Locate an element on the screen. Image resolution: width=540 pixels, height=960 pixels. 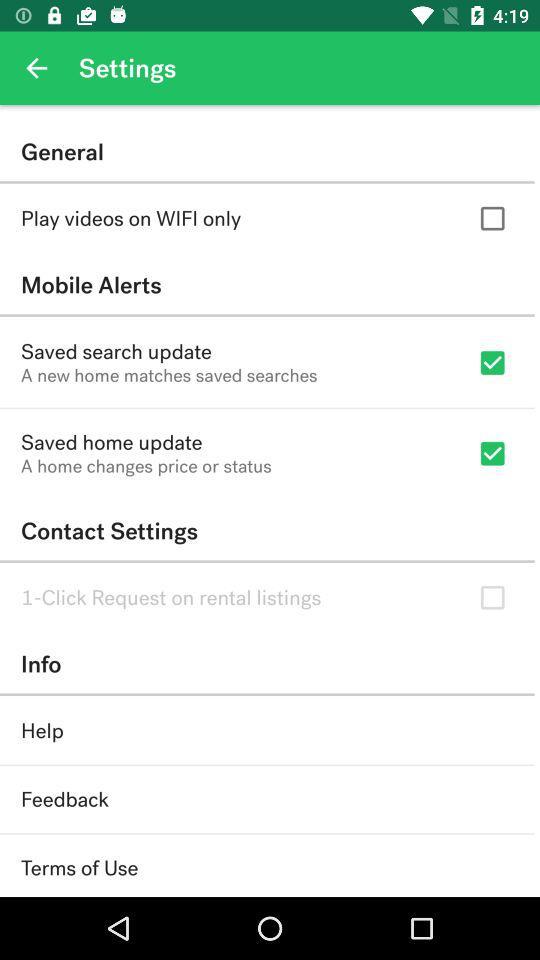
the info item is located at coordinates (267, 664).